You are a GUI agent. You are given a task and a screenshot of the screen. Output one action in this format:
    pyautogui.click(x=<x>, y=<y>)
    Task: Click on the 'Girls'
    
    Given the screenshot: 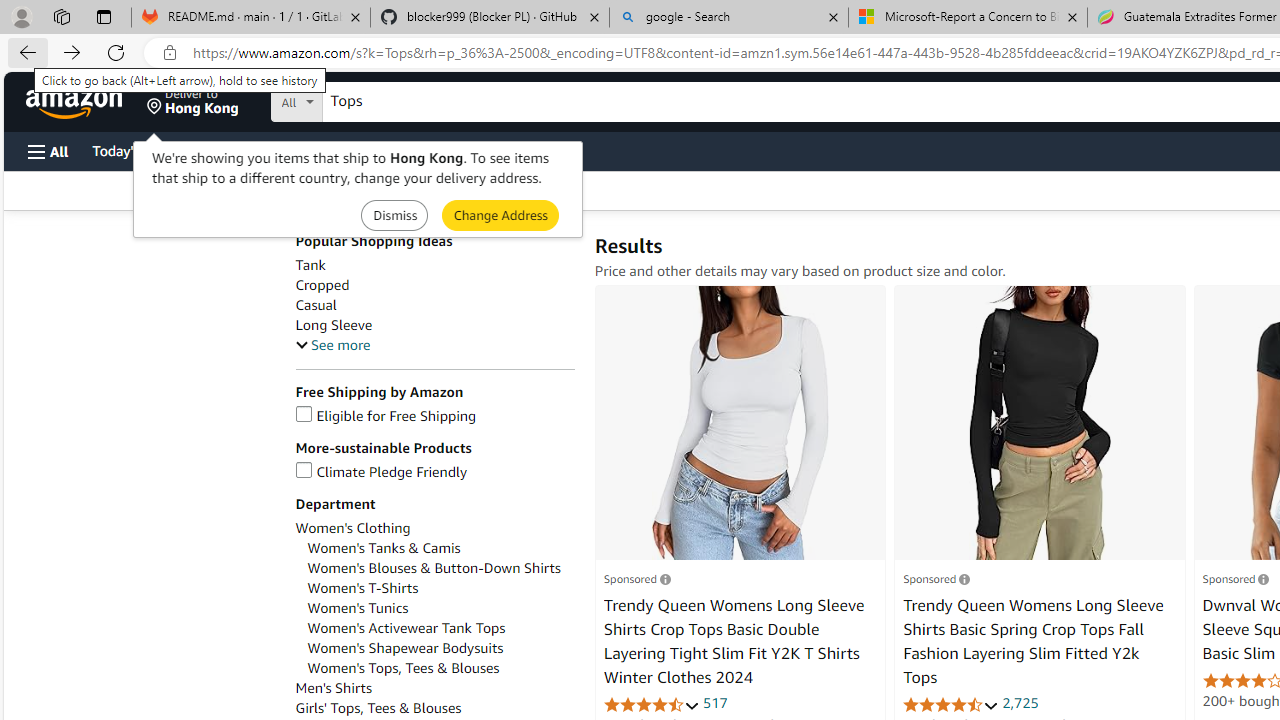 What is the action you would take?
    pyautogui.click(x=433, y=707)
    